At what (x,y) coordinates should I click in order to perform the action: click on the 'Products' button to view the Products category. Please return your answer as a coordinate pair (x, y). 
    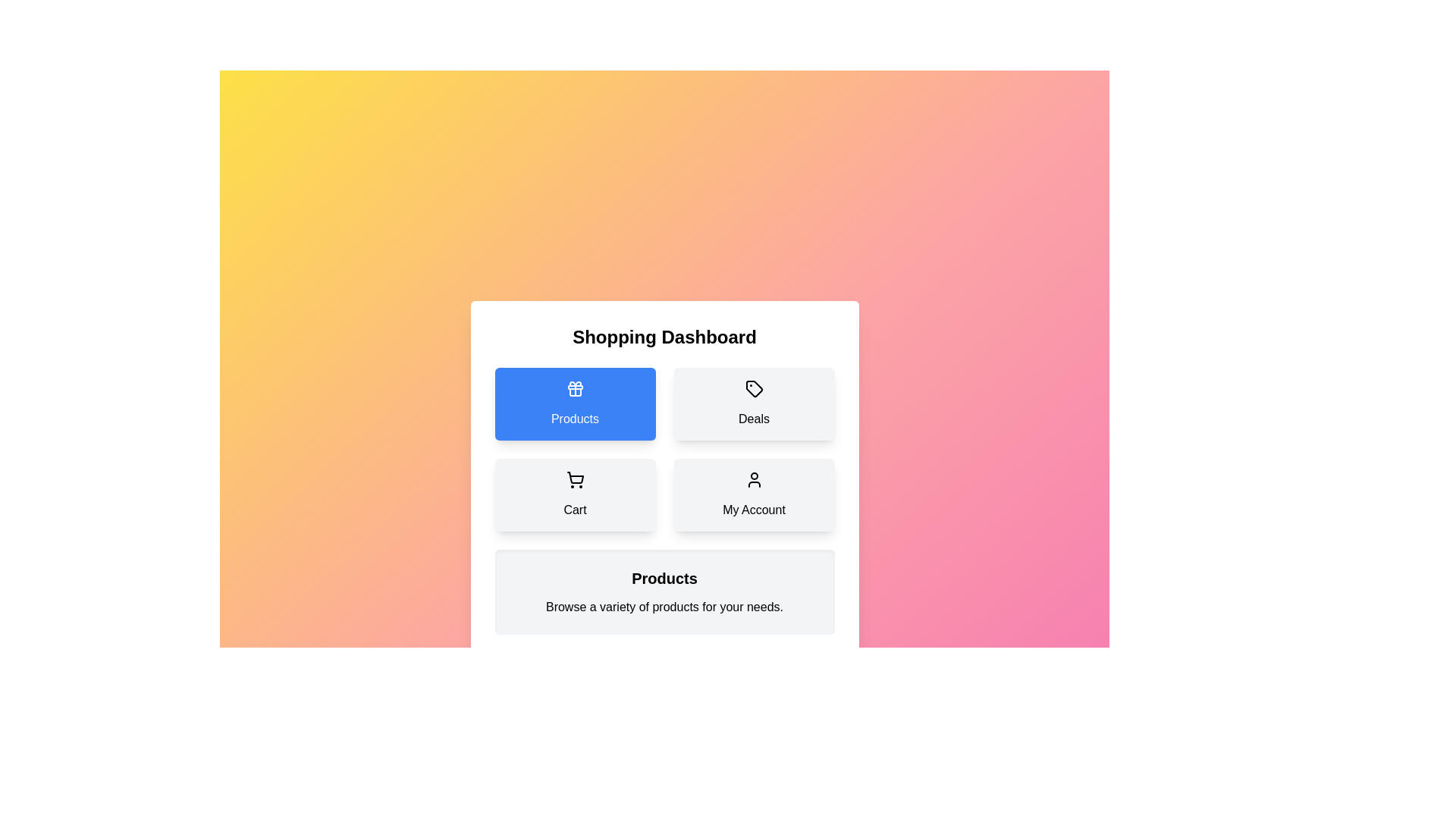
    Looking at the image, I should click on (574, 403).